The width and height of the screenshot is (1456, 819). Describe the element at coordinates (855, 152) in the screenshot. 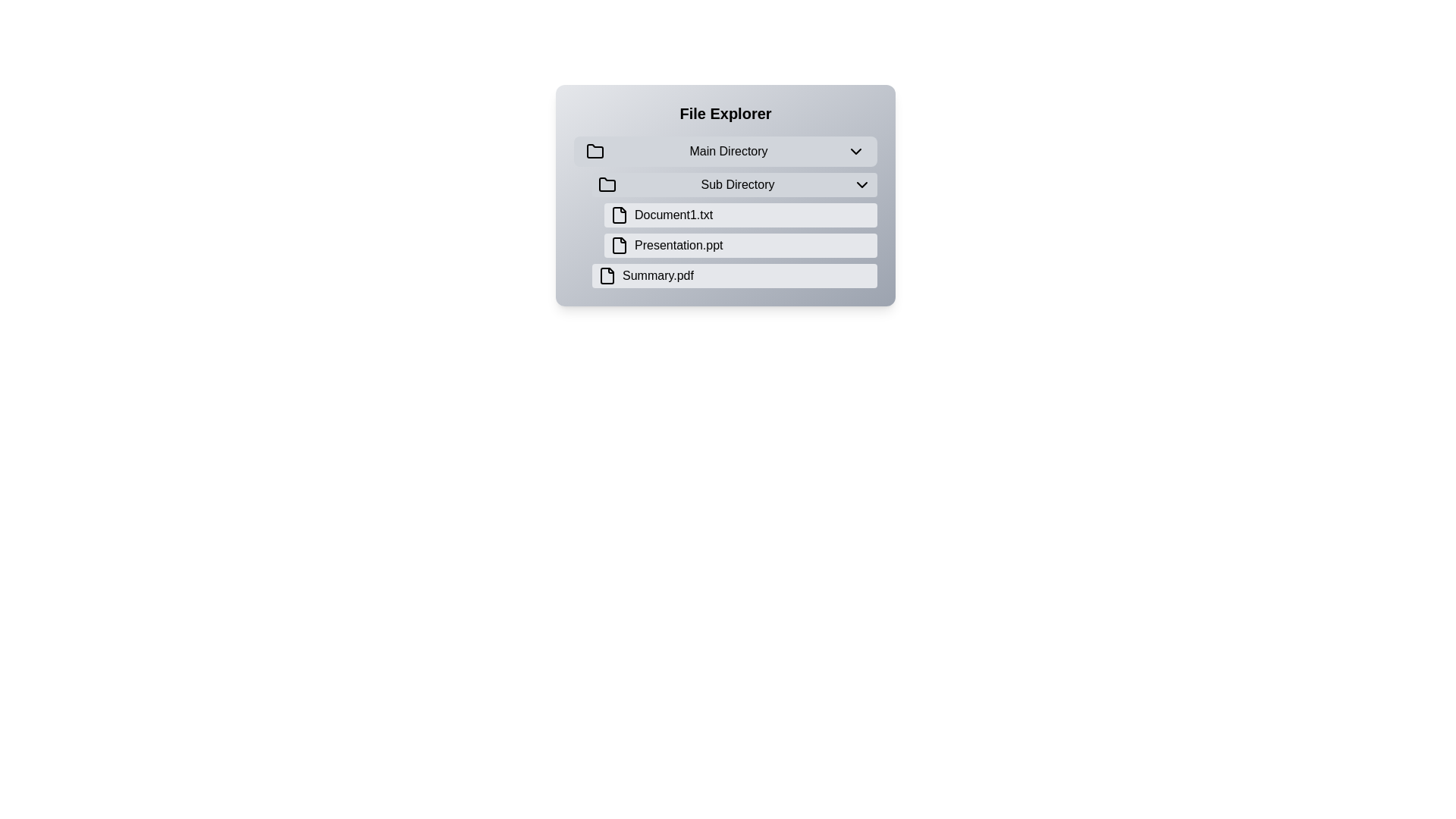

I see `the downward-pointing chevron icon located to the right of the 'Main Directory' text` at that location.